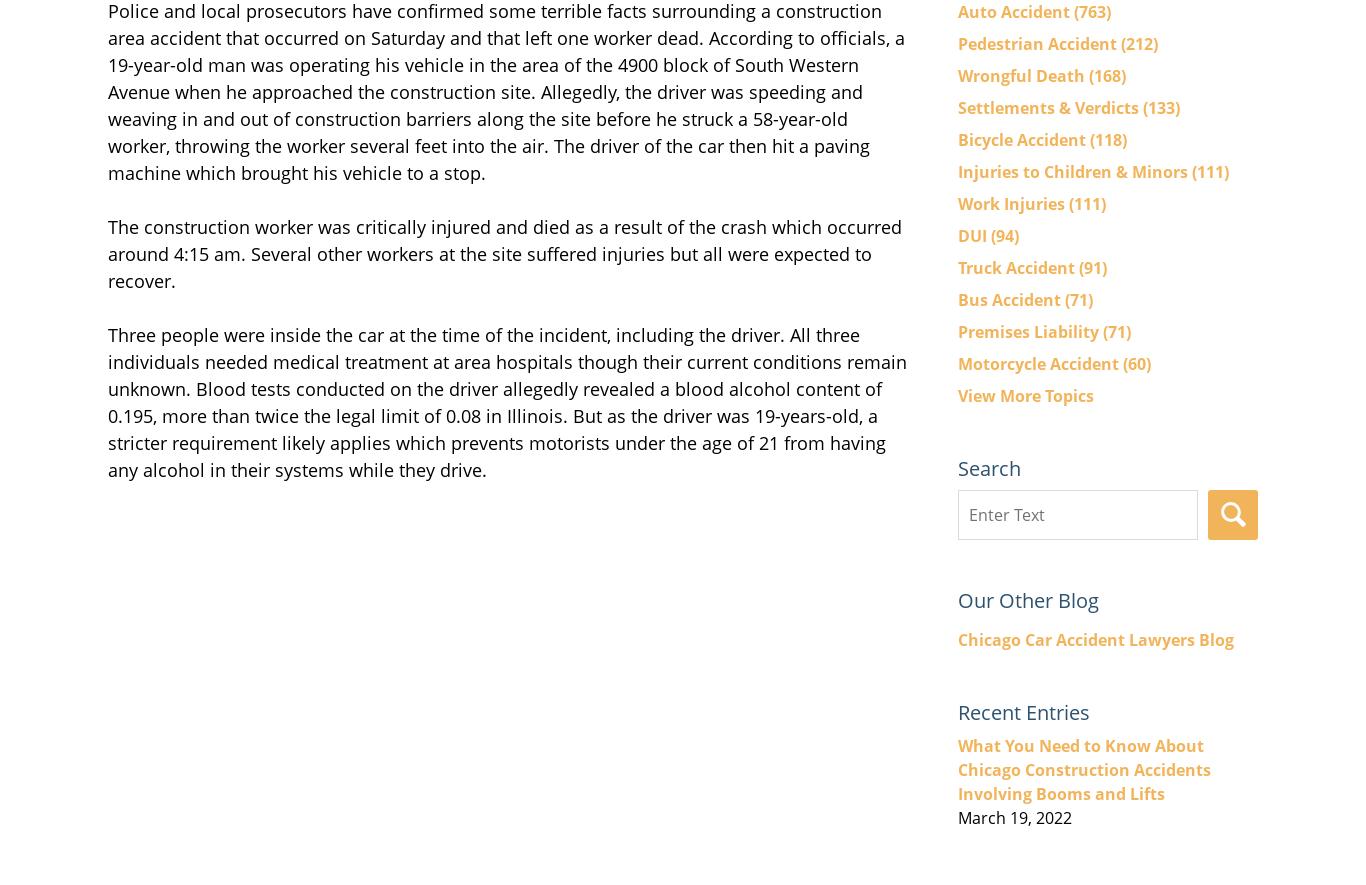 The height and width of the screenshot is (885, 1366). What do you see at coordinates (1023, 138) in the screenshot?
I see `'Bicycle Accident'` at bounding box center [1023, 138].